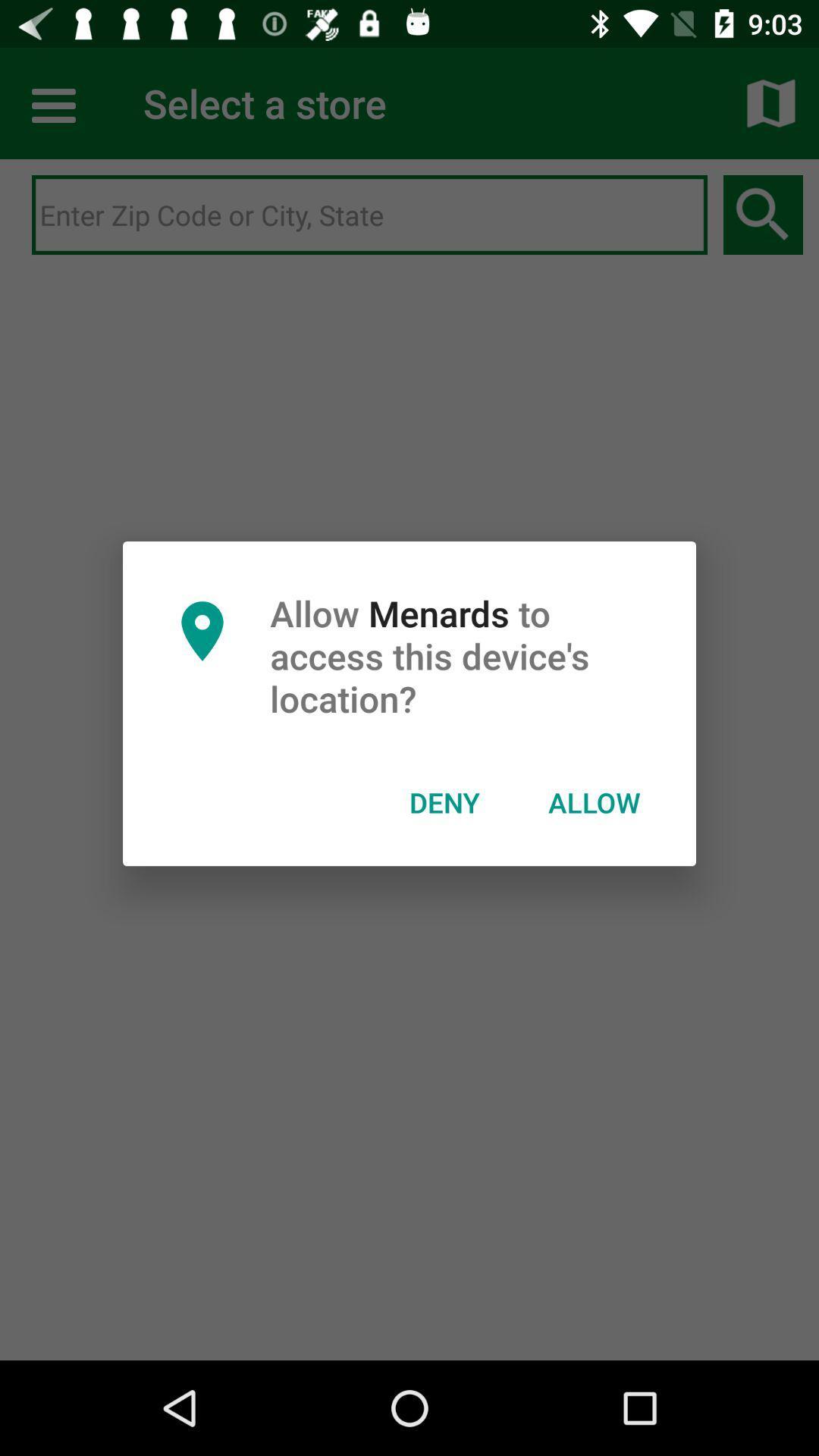 The width and height of the screenshot is (819, 1456). What do you see at coordinates (369, 215) in the screenshot?
I see `search` at bounding box center [369, 215].